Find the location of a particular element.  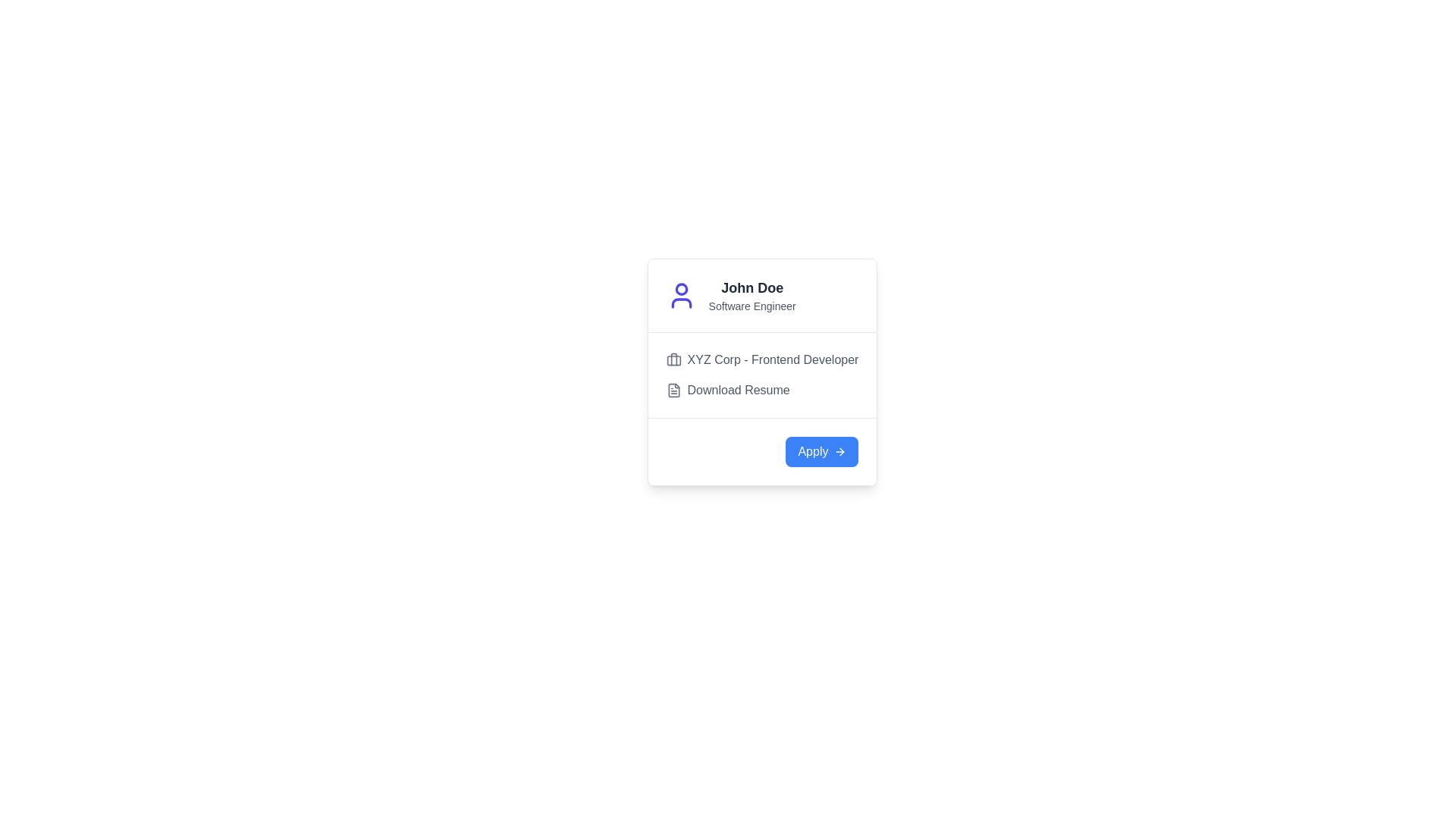

the job title and company name text element, which is positioned in the upper-middle section of the layout, above the 'Download Resume' section is located at coordinates (762, 359).